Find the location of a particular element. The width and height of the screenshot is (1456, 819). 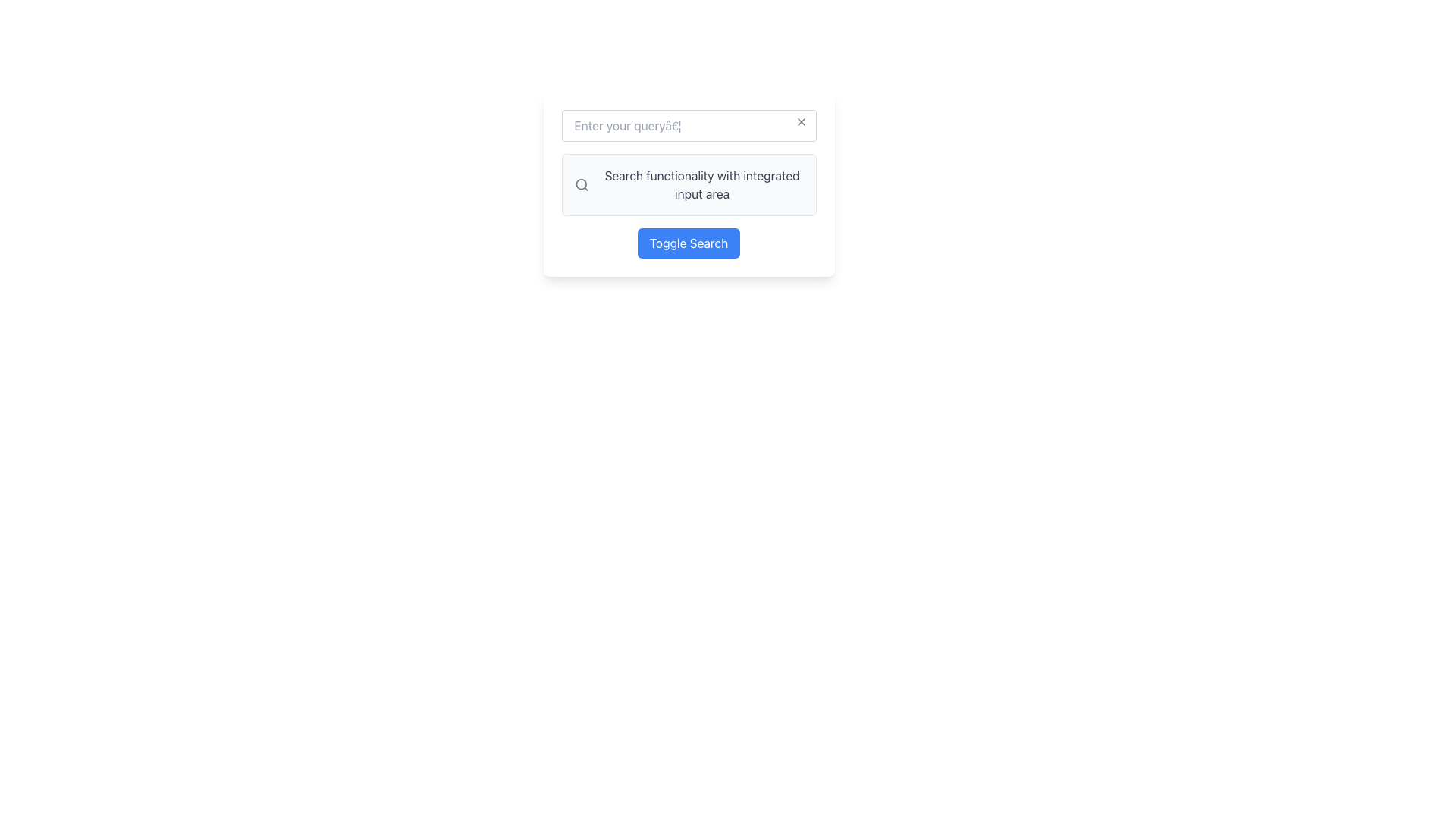

the small 'X' icon button located in the top-right corner of the text input field to clear the input field is located at coordinates (800, 121).